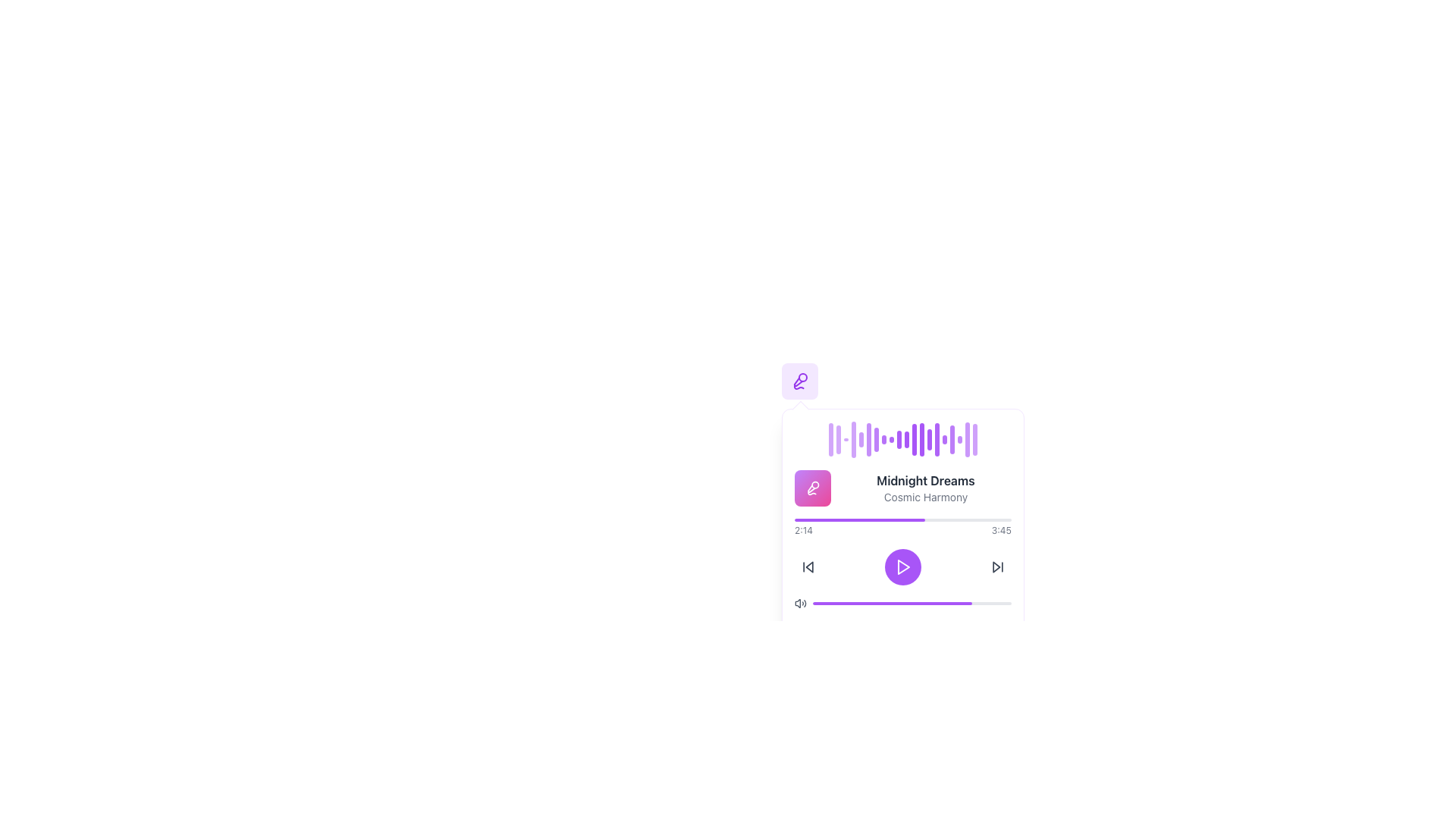  Describe the element at coordinates (799, 380) in the screenshot. I see `the rounded square button with a light purple background and a magnifying glass icon` at that location.